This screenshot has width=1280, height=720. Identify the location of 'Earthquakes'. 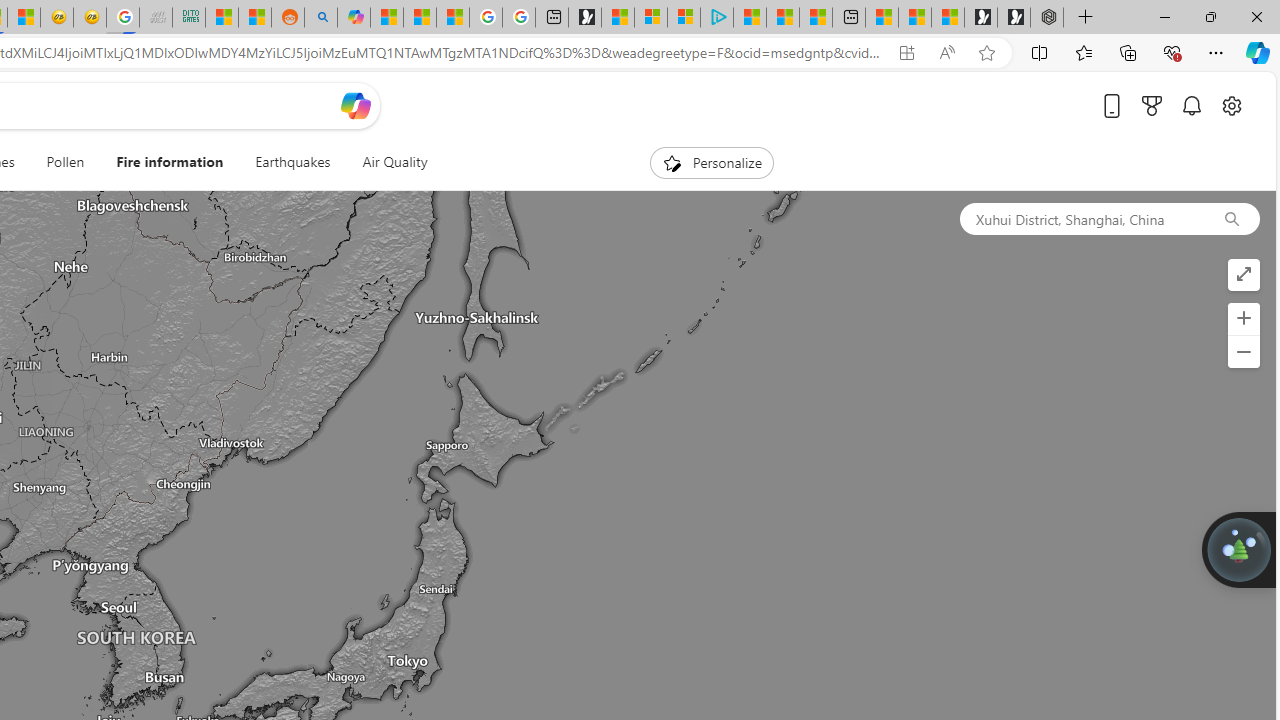
(292, 162).